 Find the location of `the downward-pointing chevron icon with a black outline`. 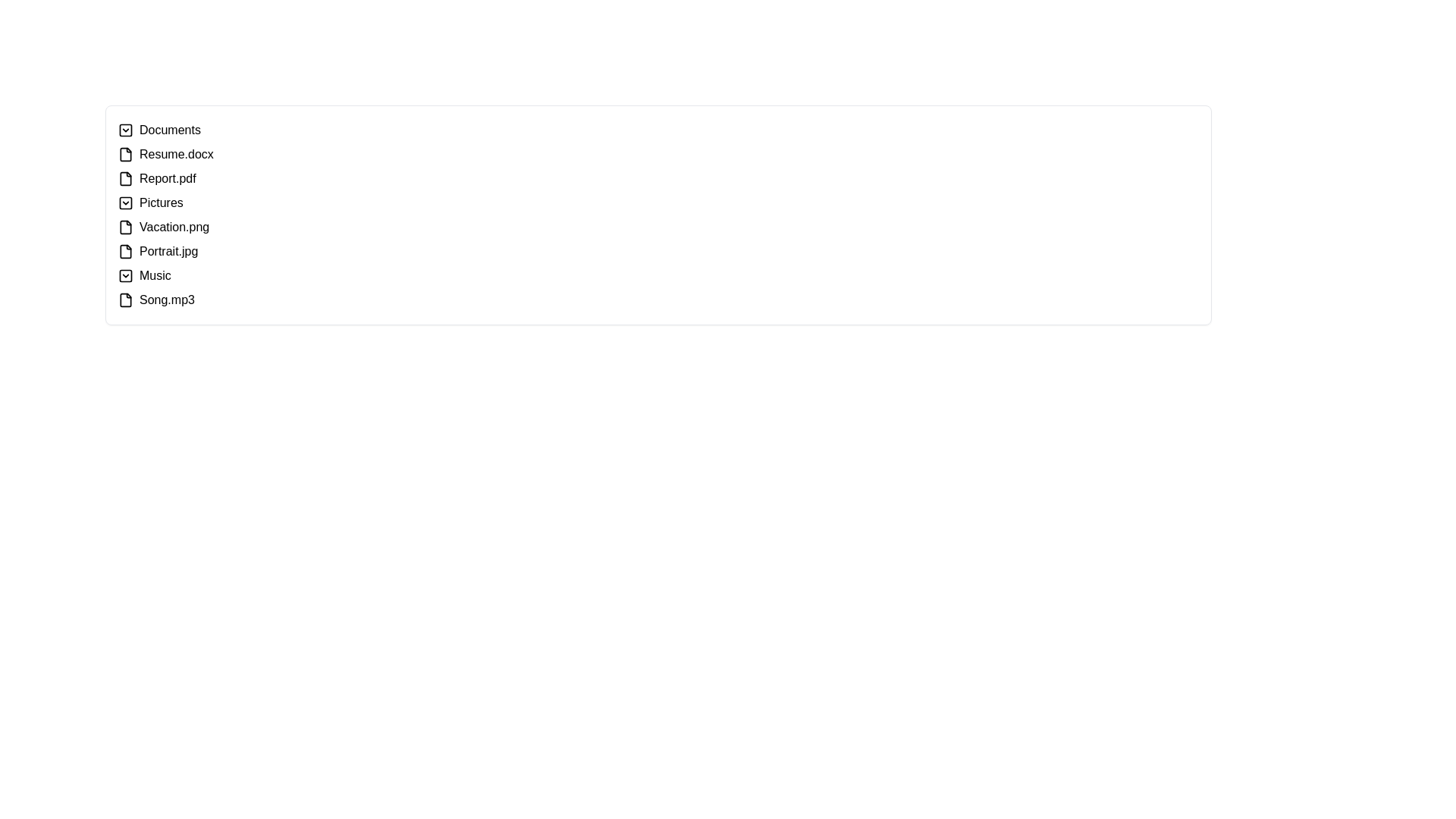

the downward-pointing chevron icon with a black outline is located at coordinates (126, 130).